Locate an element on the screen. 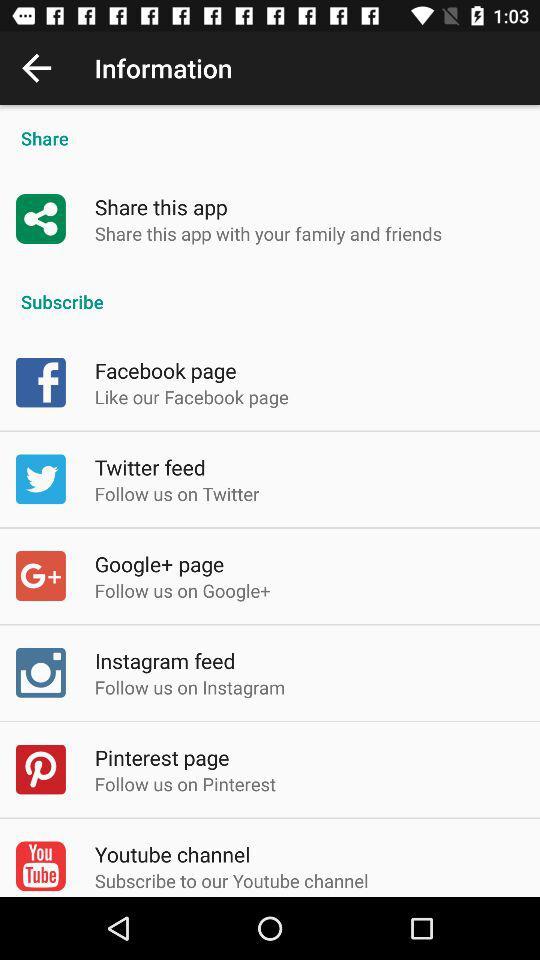 The width and height of the screenshot is (540, 960). the icon to the left of the information icon is located at coordinates (36, 68).